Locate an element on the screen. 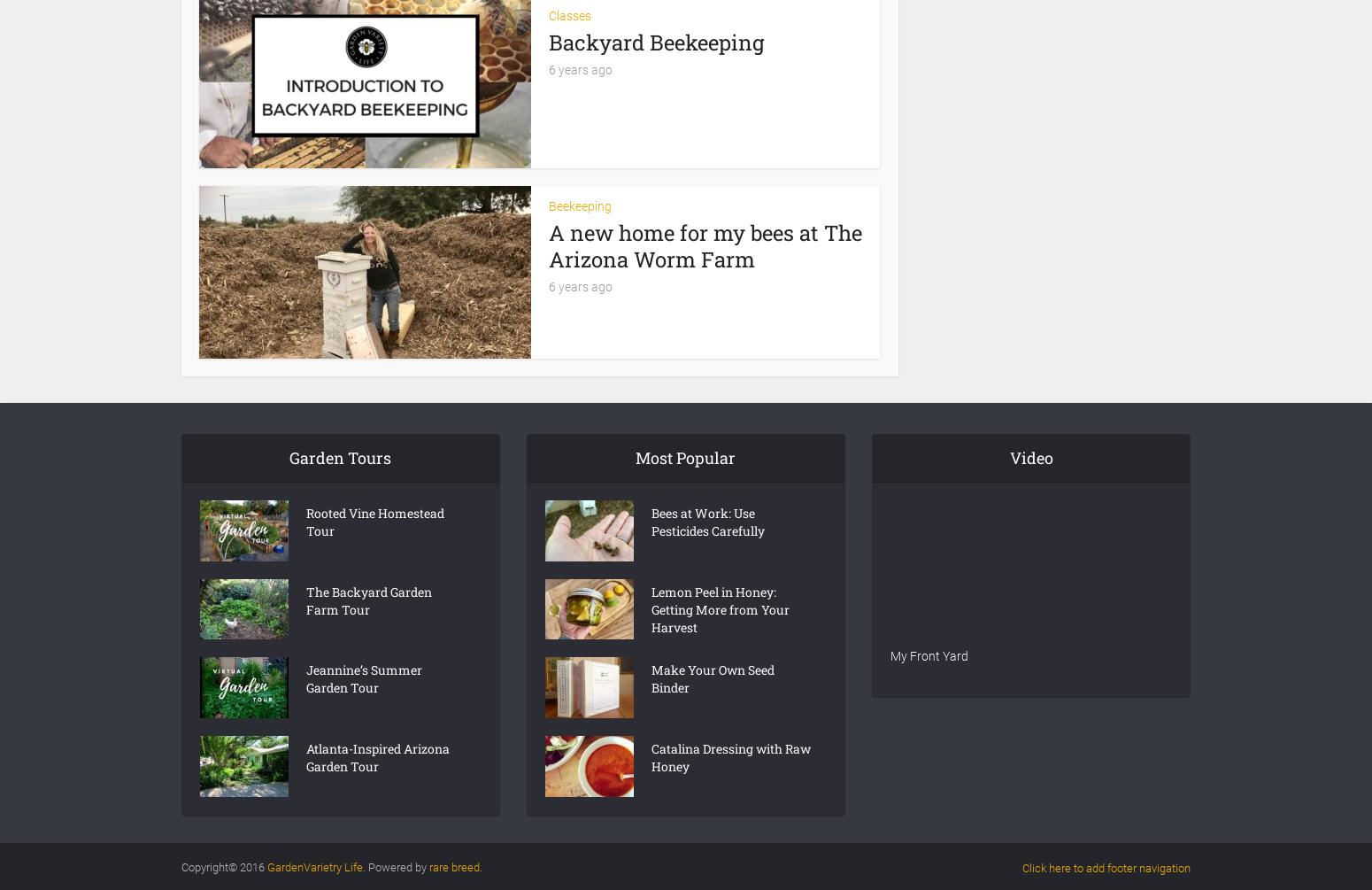  'Beekeeping' is located at coordinates (579, 204).